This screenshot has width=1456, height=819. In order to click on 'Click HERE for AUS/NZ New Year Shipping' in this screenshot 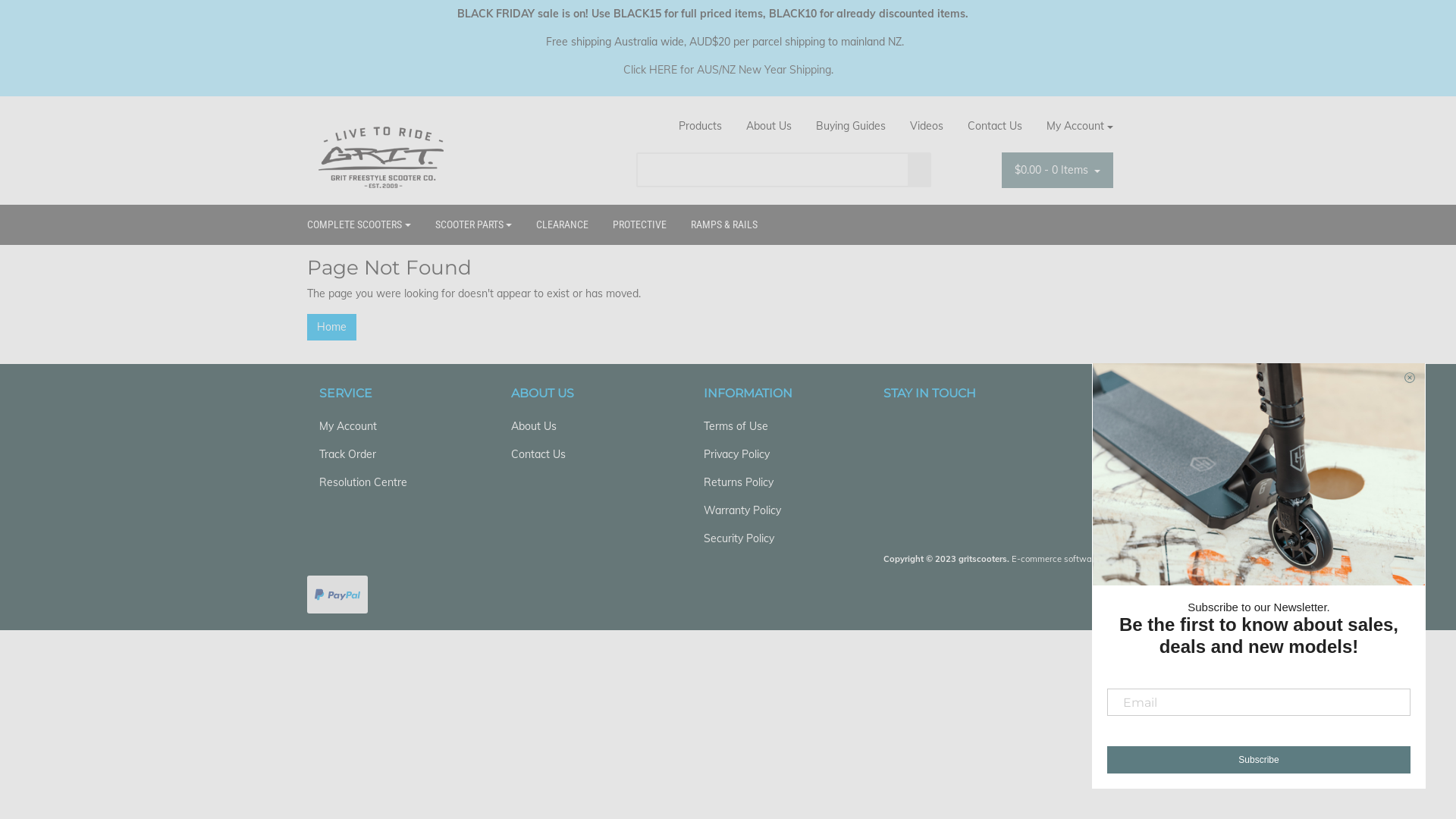, I will do `click(623, 70)`.